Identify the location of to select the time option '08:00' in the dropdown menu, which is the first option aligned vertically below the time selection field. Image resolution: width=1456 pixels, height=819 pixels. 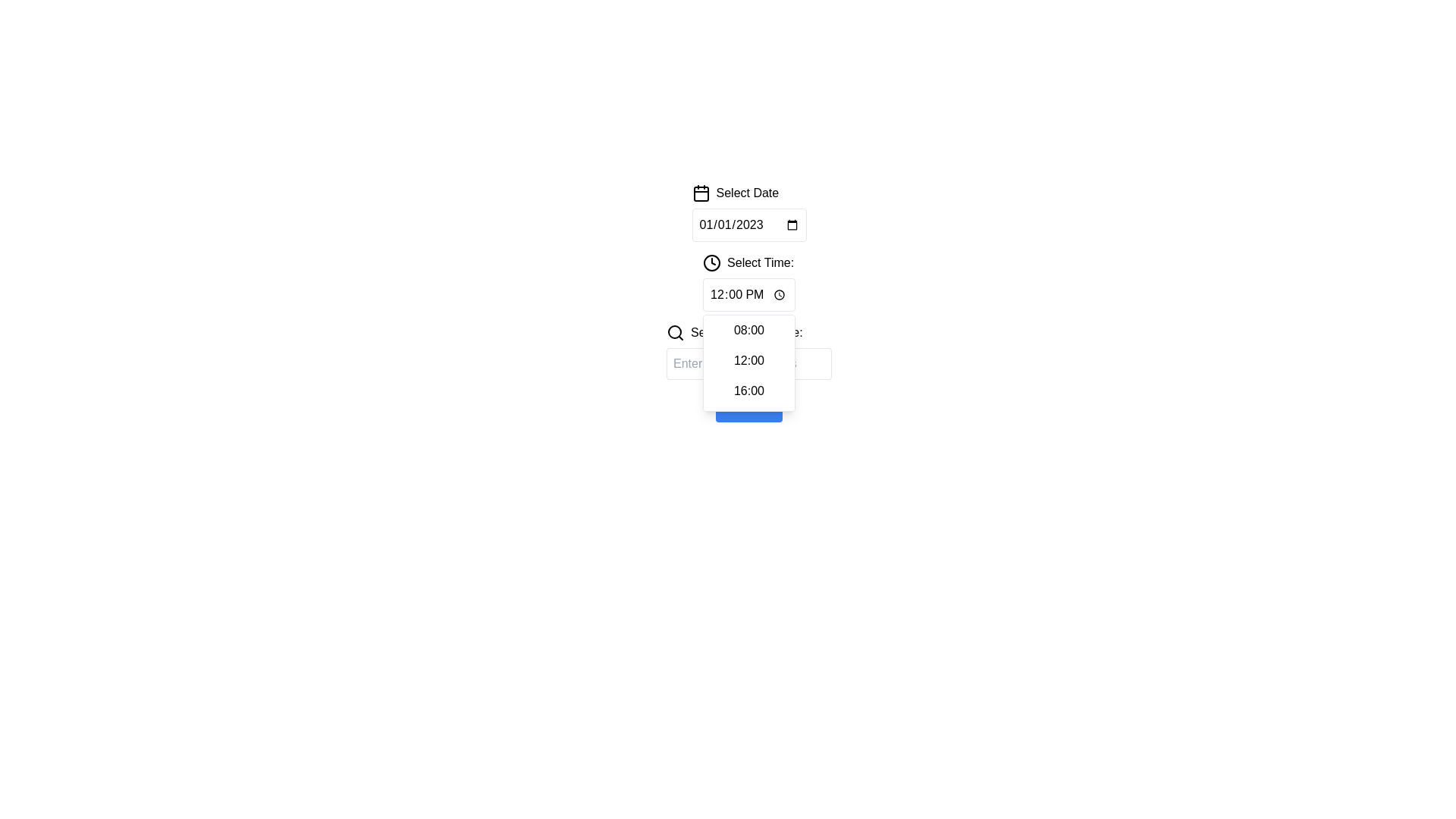
(749, 329).